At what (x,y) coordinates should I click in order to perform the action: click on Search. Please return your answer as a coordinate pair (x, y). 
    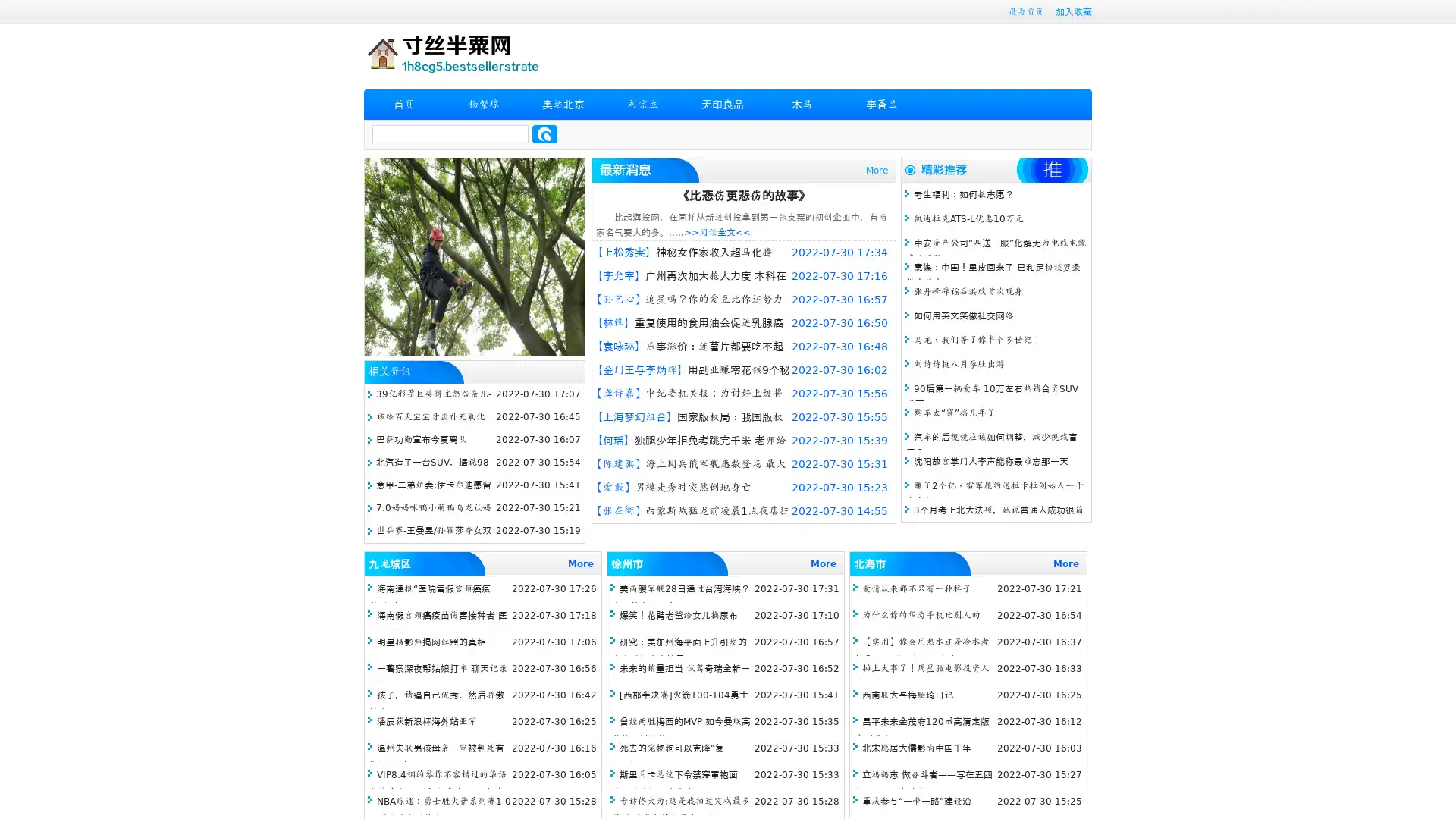
    Looking at the image, I should click on (544, 133).